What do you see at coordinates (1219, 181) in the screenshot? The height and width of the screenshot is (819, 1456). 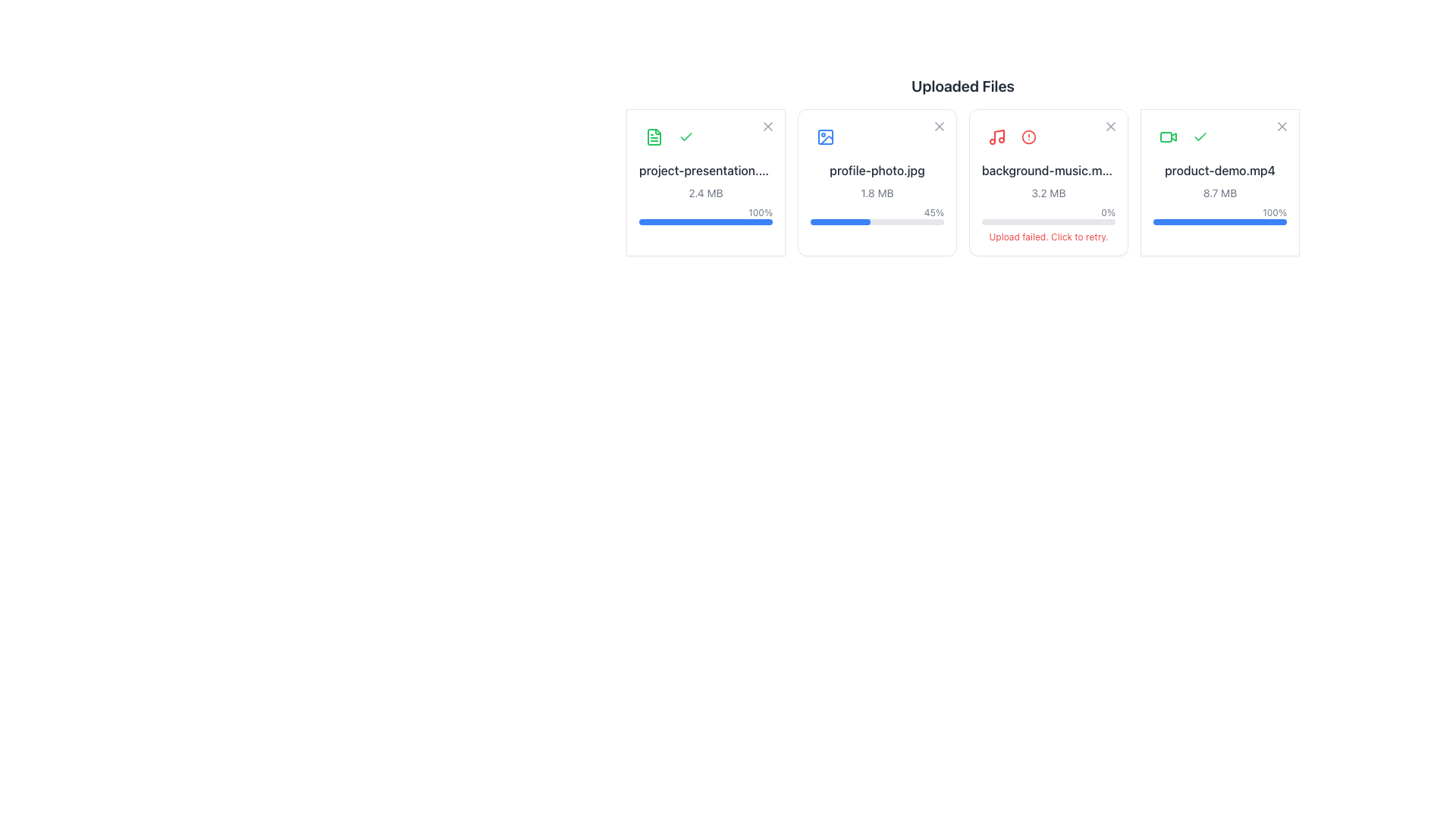 I see `the progress bar of the uploaded video file status element, which is the fourth item in the grid layout` at bounding box center [1219, 181].